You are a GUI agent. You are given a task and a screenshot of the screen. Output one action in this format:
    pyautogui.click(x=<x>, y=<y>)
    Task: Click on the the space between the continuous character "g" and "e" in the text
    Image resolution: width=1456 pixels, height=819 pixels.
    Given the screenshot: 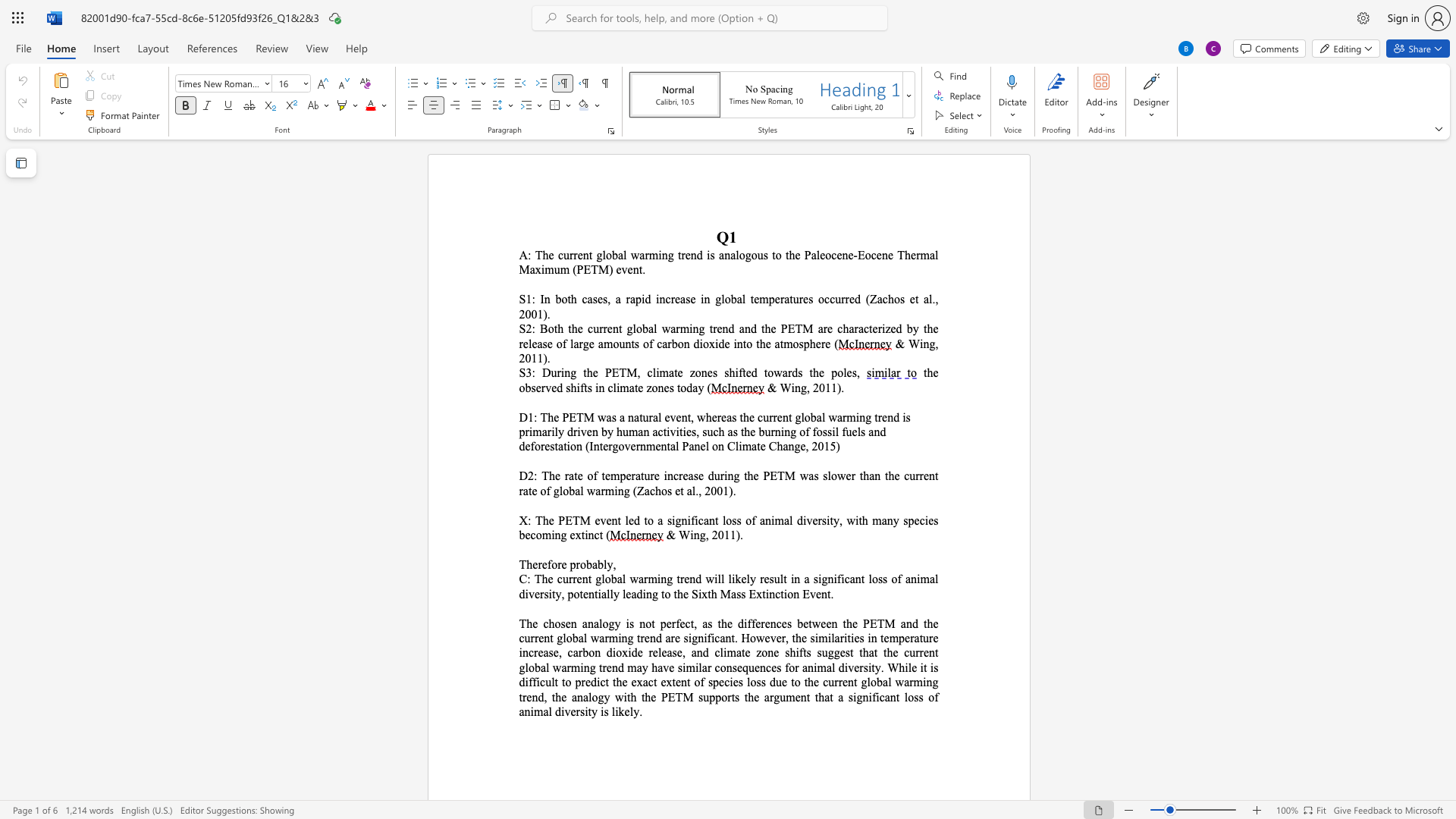 What is the action you would take?
    pyautogui.click(x=588, y=344)
    